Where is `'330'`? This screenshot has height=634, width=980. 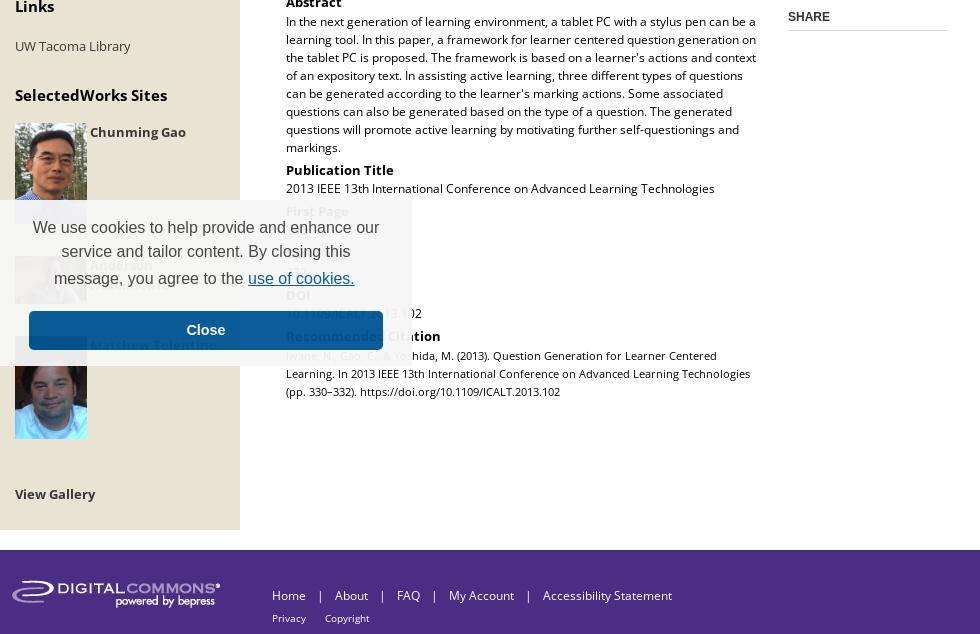
'330' is located at coordinates (296, 229).